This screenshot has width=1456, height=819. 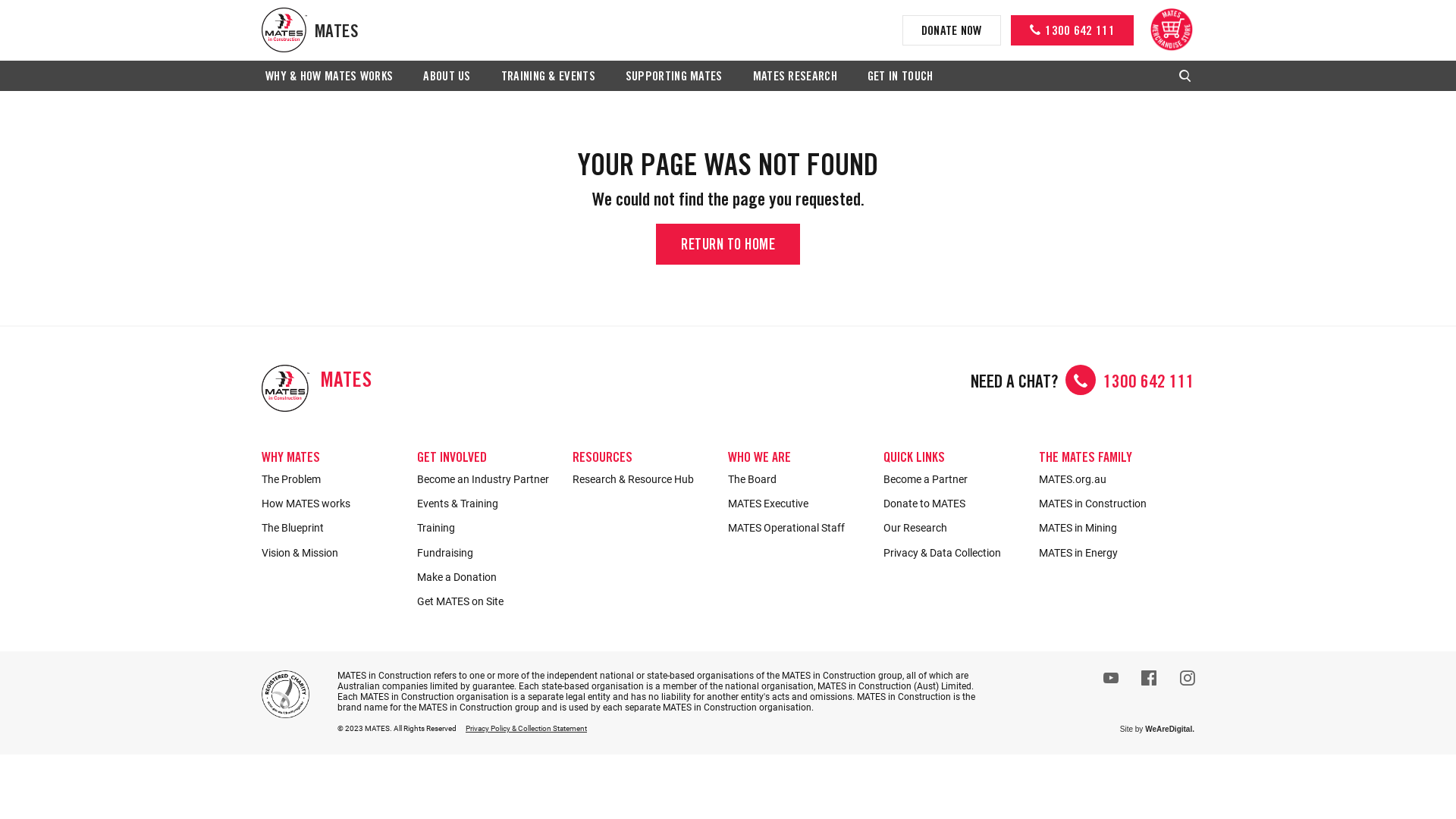 I want to click on 'DONATE NOW', so click(x=950, y=30).